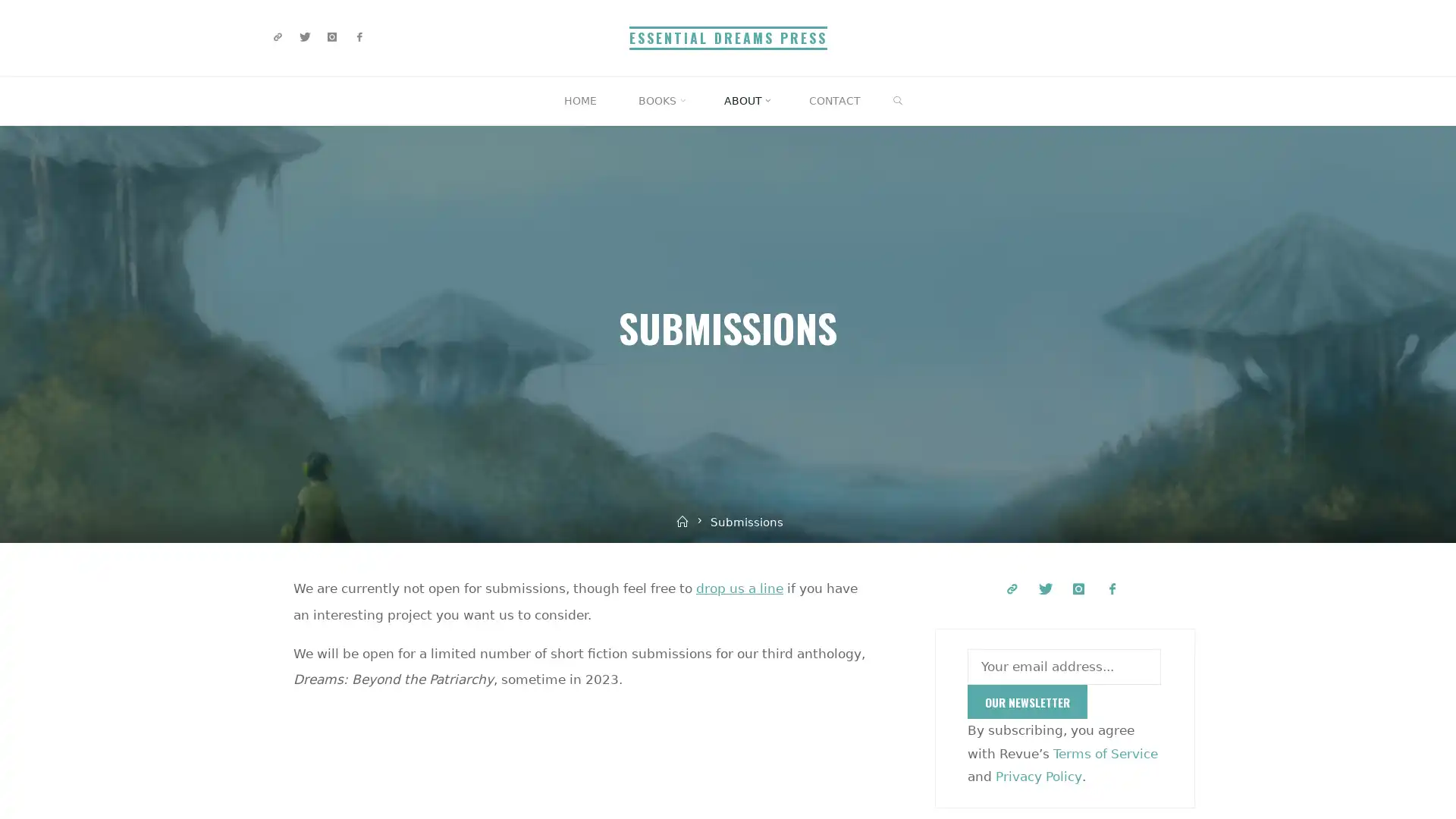 This screenshot has width=1456, height=819. Describe the element at coordinates (1027, 701) in the screenshot. I see `Our Newsletter` at that location.